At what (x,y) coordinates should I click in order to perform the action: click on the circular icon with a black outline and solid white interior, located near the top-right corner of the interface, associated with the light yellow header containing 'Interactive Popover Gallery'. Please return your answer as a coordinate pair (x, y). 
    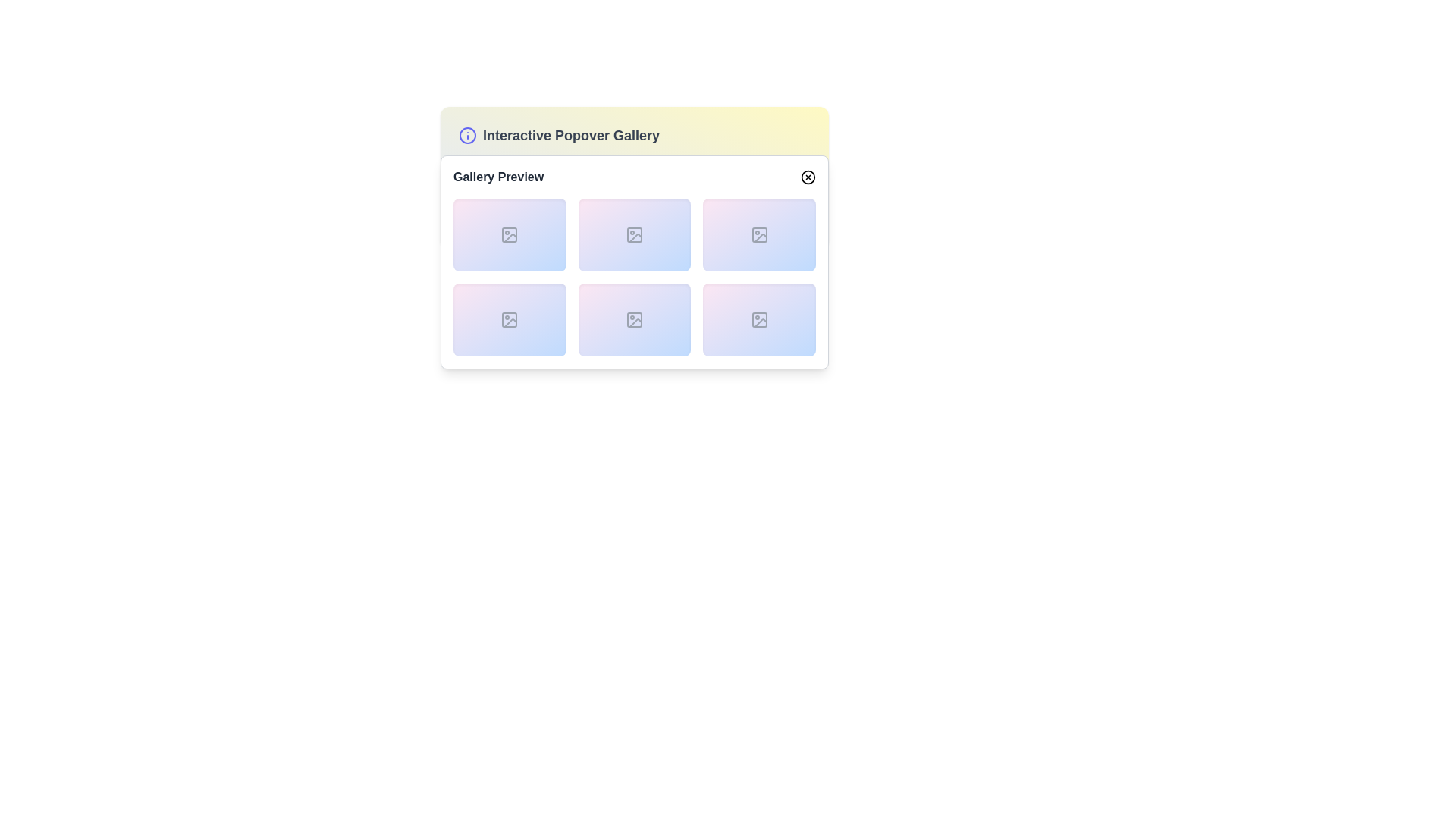
    Looking at the image, I should click on (807, 177).